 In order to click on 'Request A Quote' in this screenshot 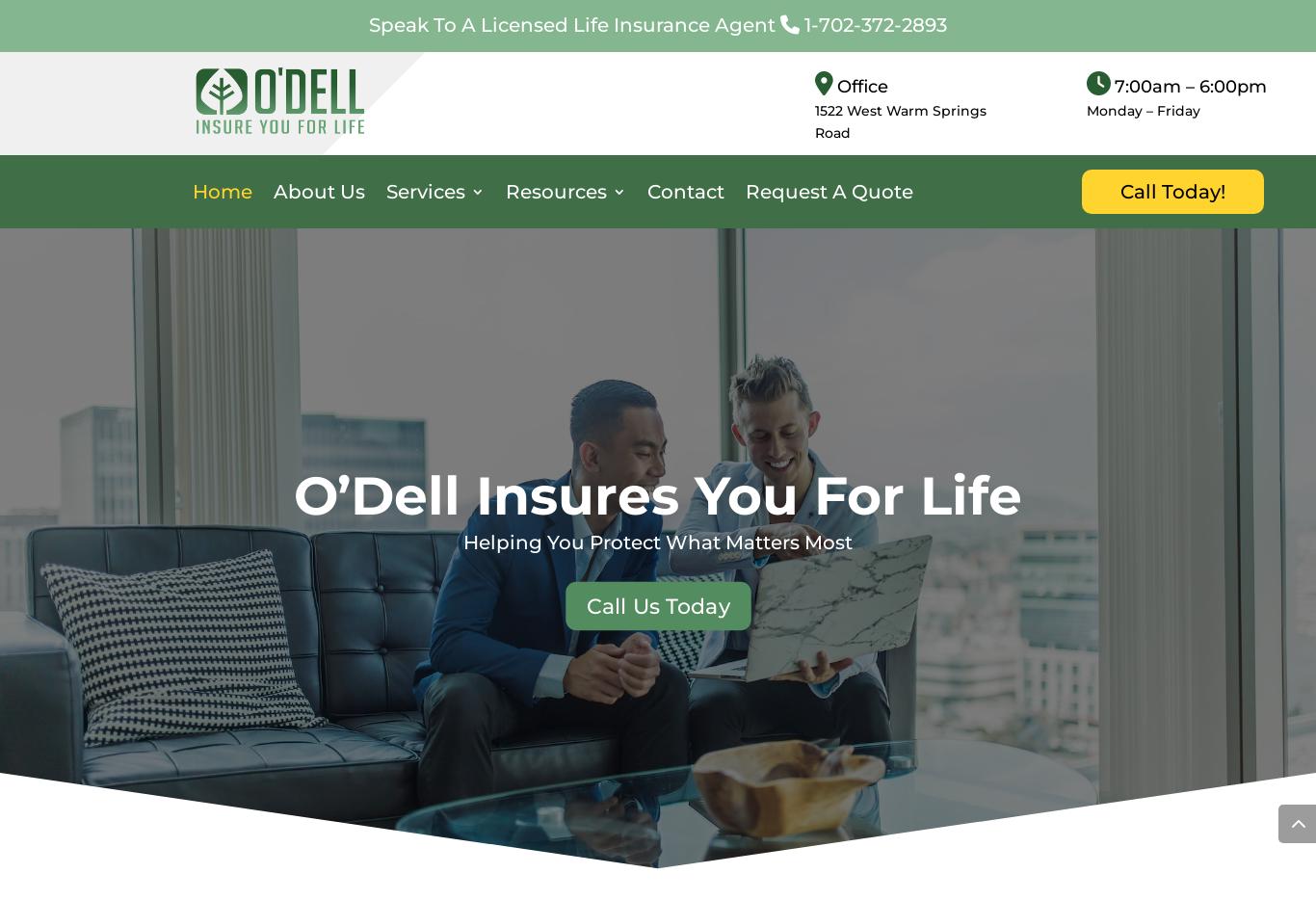, I will do `click(745, 191)`.